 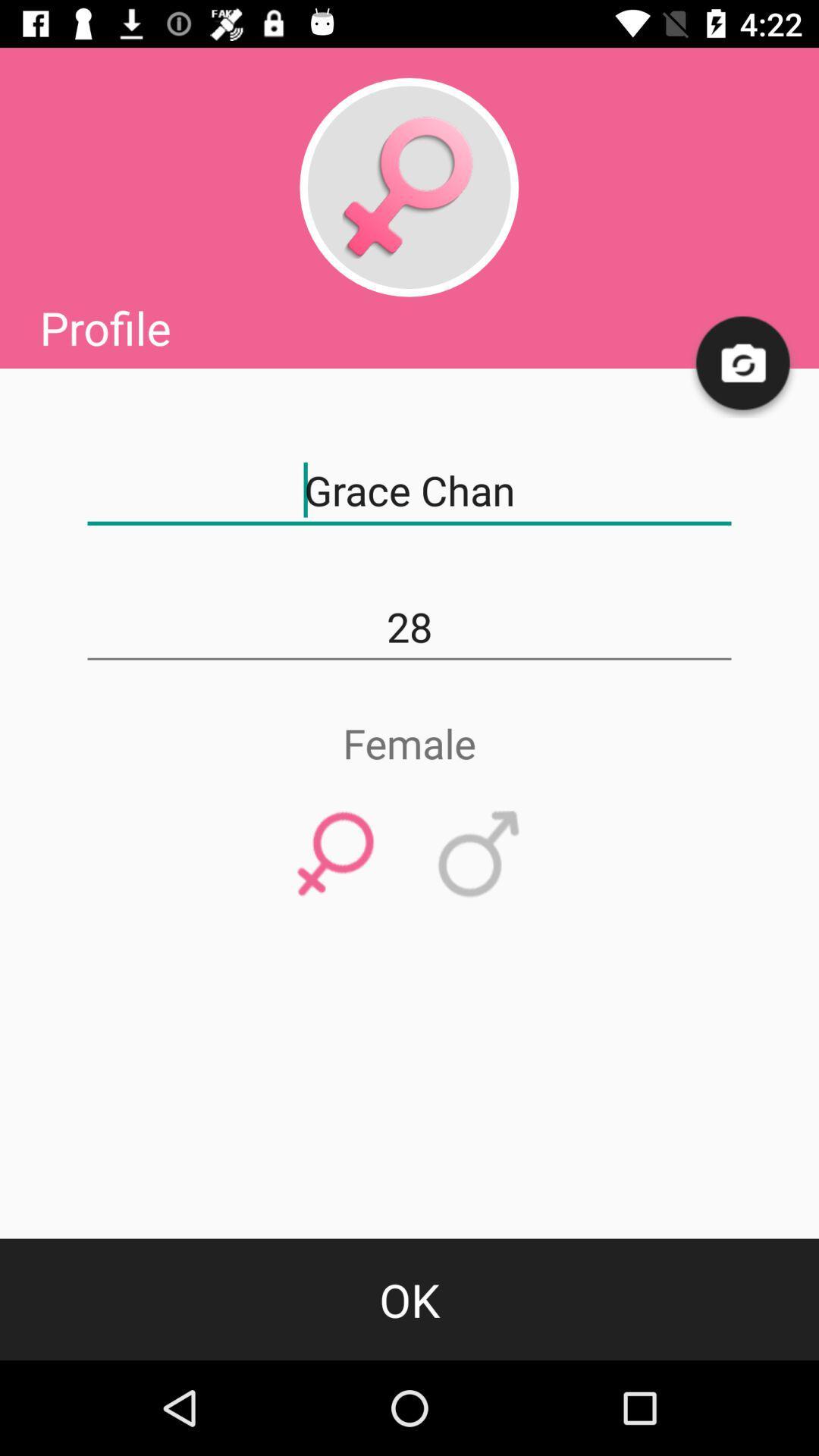 I want to click on 28, so click(x=409, y=627).